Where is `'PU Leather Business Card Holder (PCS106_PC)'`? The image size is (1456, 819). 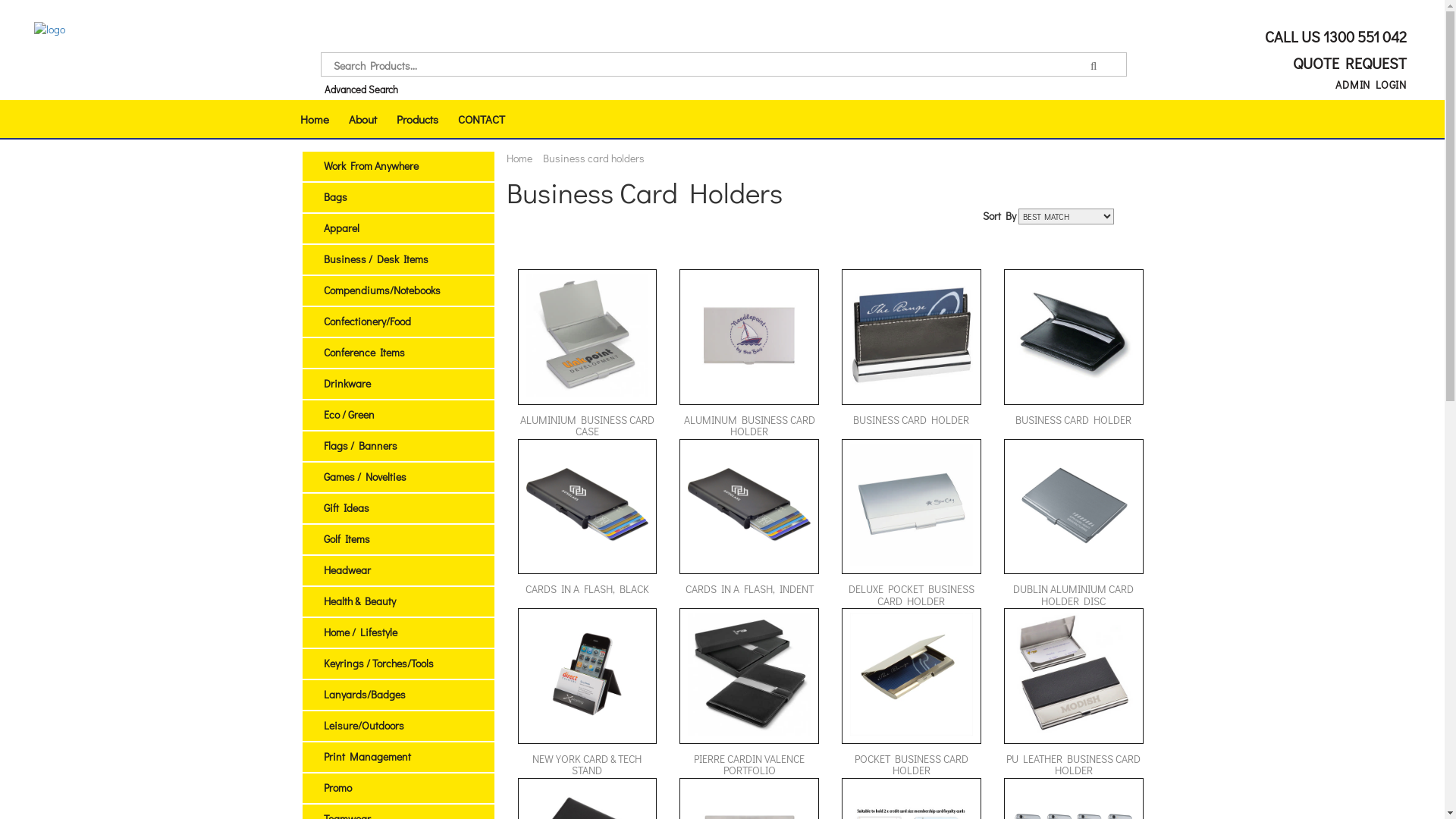 'PU Leather Business Card Holder (PCS106_PC)' is located at coordinates (1073, 673).